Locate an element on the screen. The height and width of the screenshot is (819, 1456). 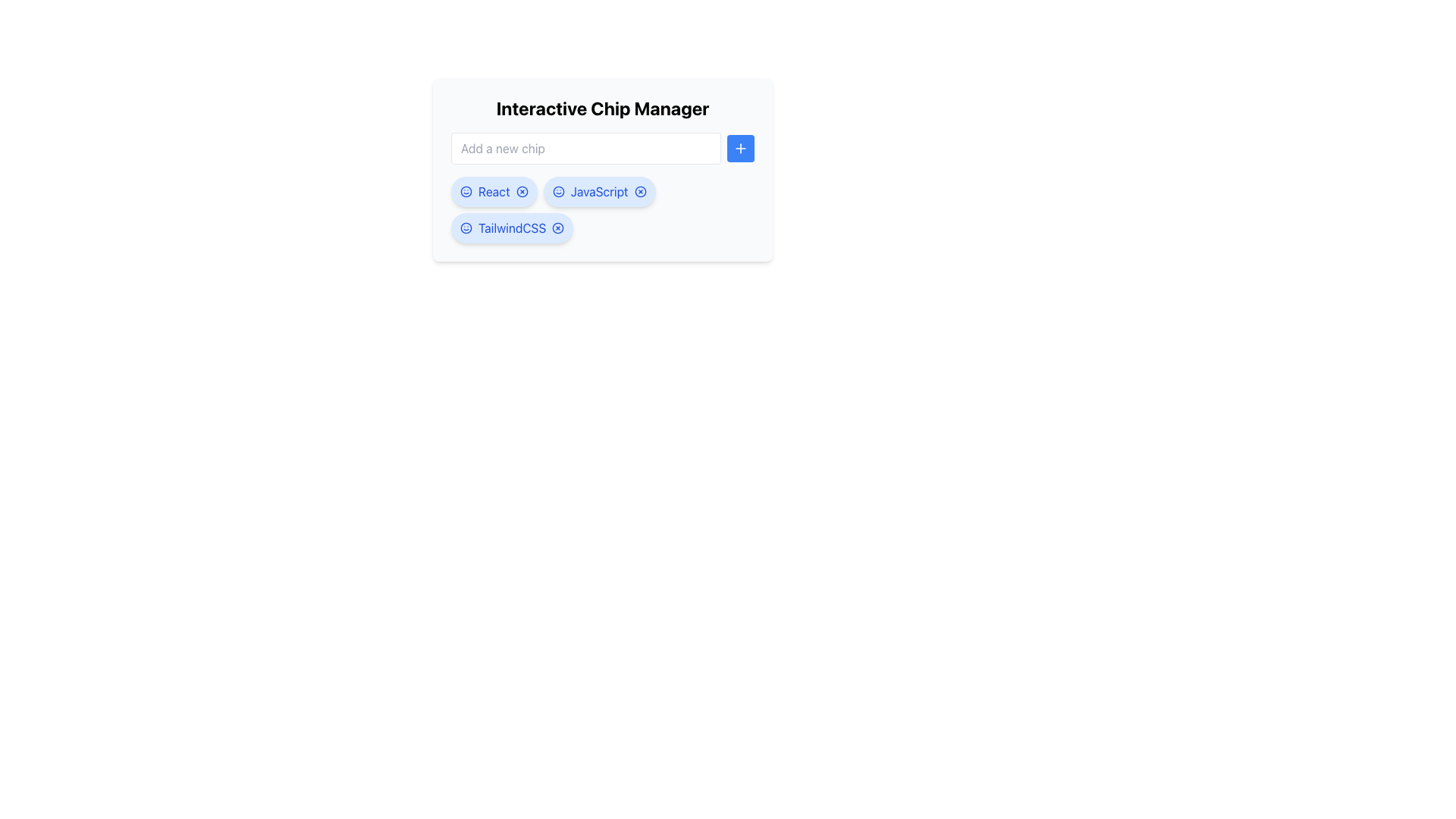
the small circular button with an 'X' inside it, located at the right-hand side of the 'TailwindCSS' label is located at coordinates (557, 227).